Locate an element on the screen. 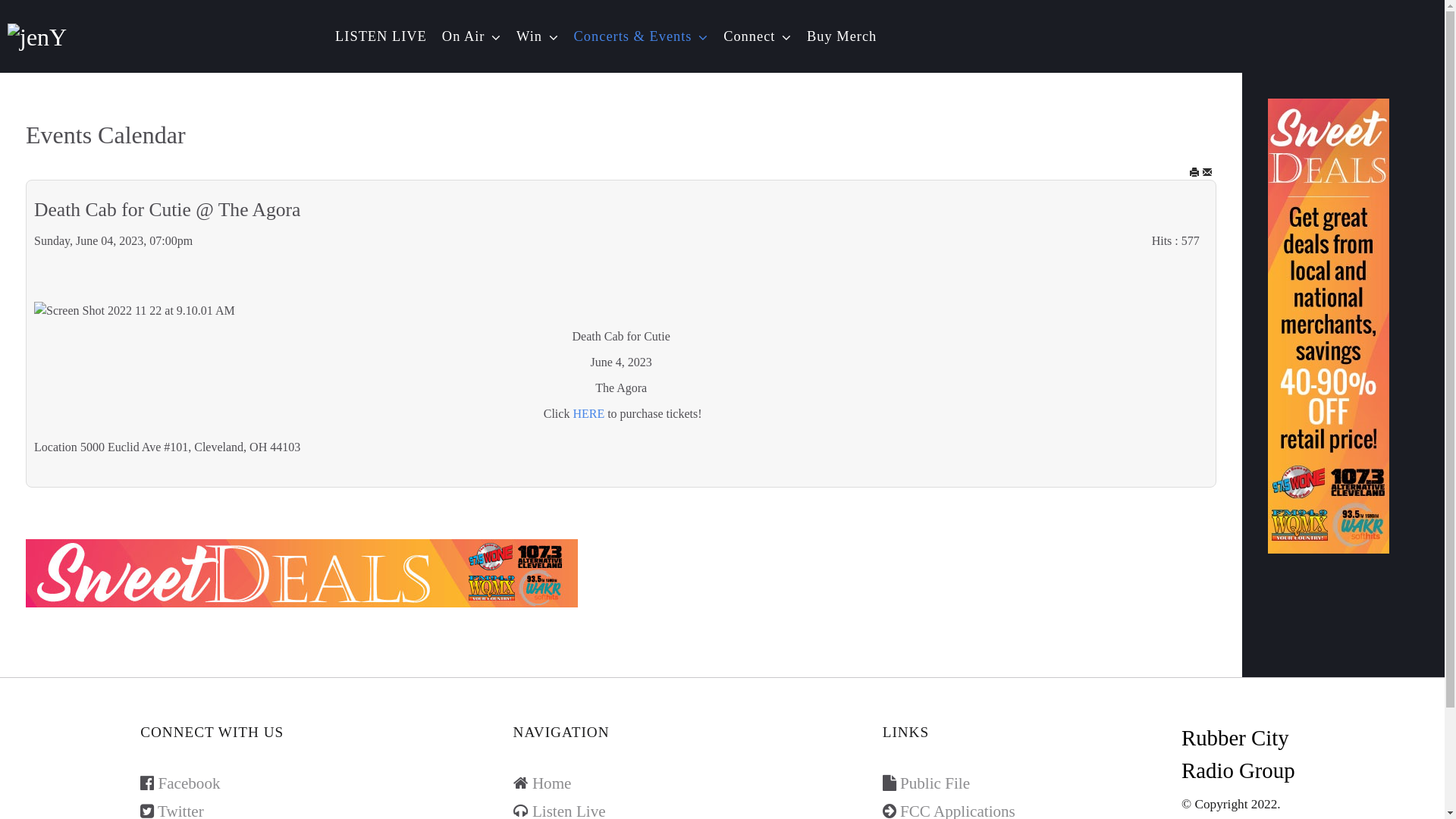 The image size is (1456, 819). 'Print' is located at coordinates (1193, 171).